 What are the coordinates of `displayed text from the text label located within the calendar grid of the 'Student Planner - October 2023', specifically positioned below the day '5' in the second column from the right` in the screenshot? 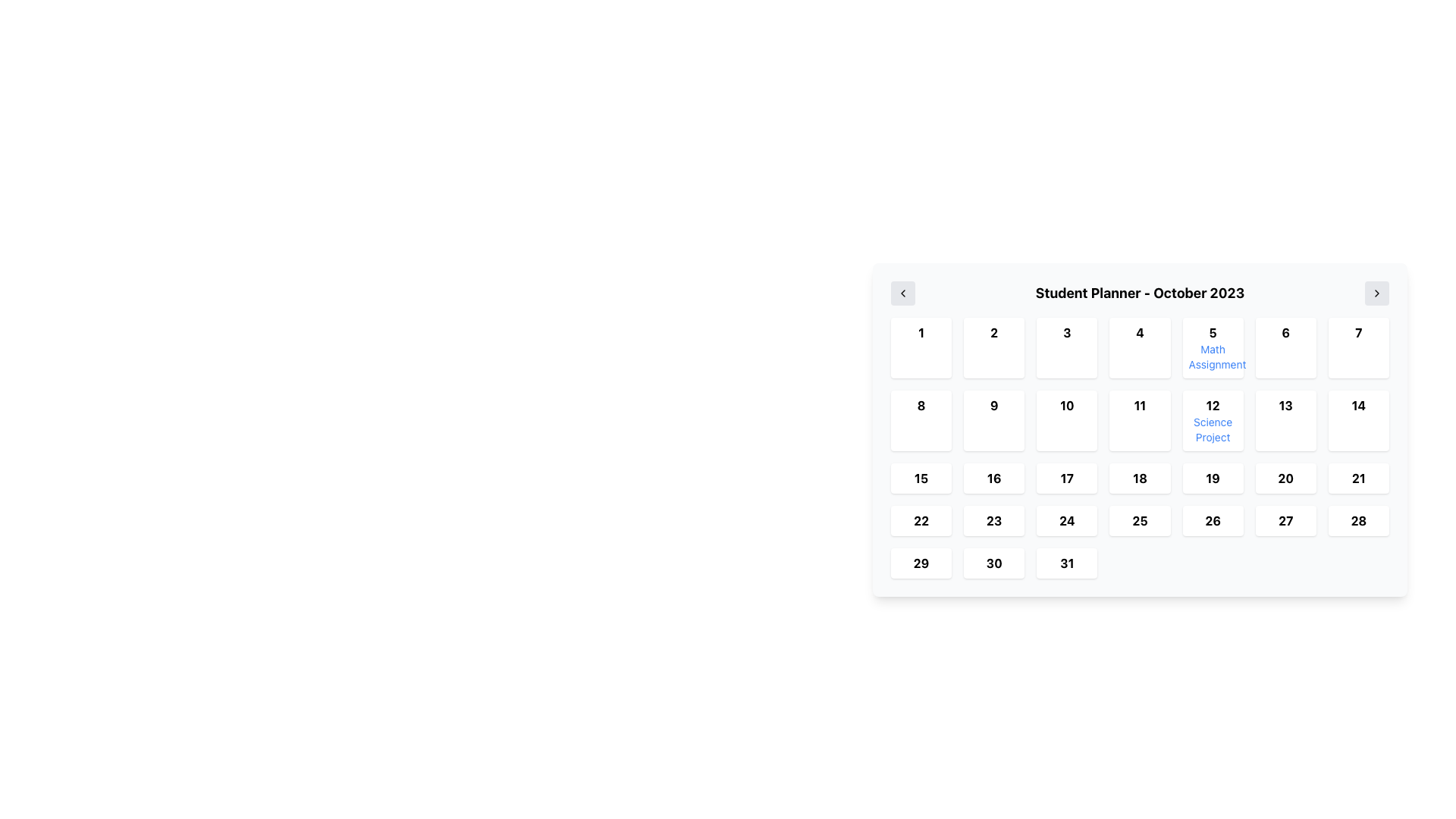 It's located at (1212, 356).